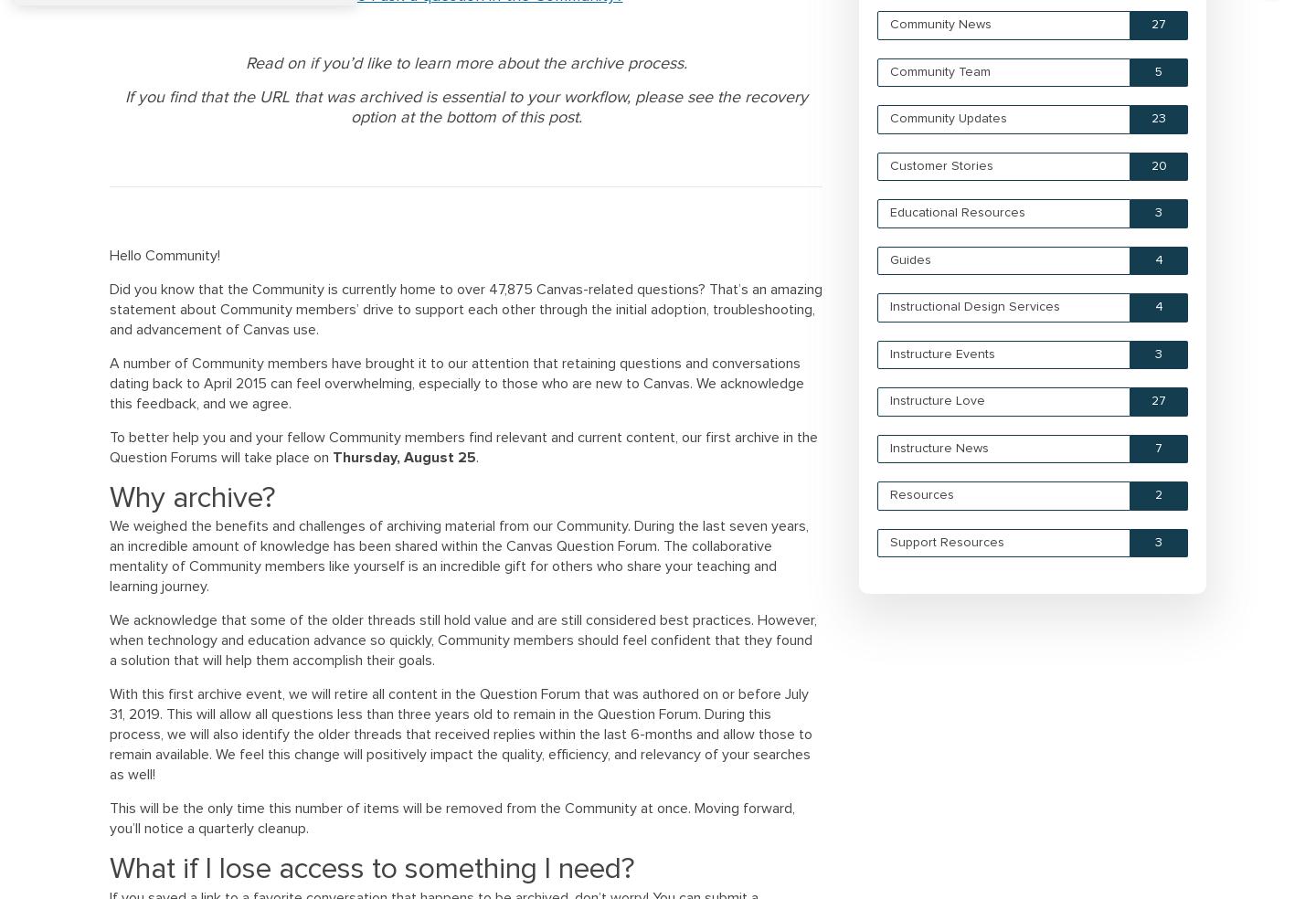  What do you see at coordinates (940, 70) in the screenshot?
I see `'Community Team'` at bounding box center [940, 70].